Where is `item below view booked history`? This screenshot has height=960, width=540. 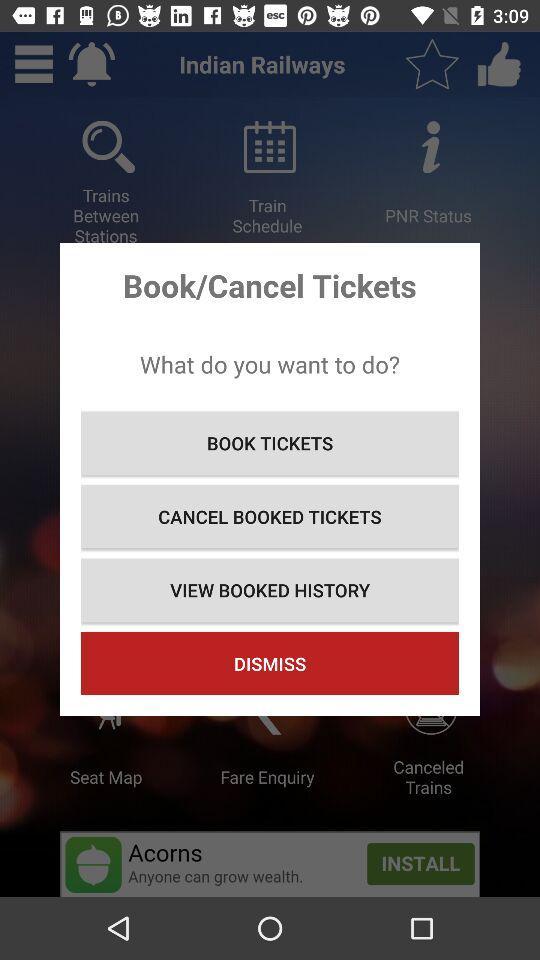 item below view booked history is located at coordinates (270, 663).